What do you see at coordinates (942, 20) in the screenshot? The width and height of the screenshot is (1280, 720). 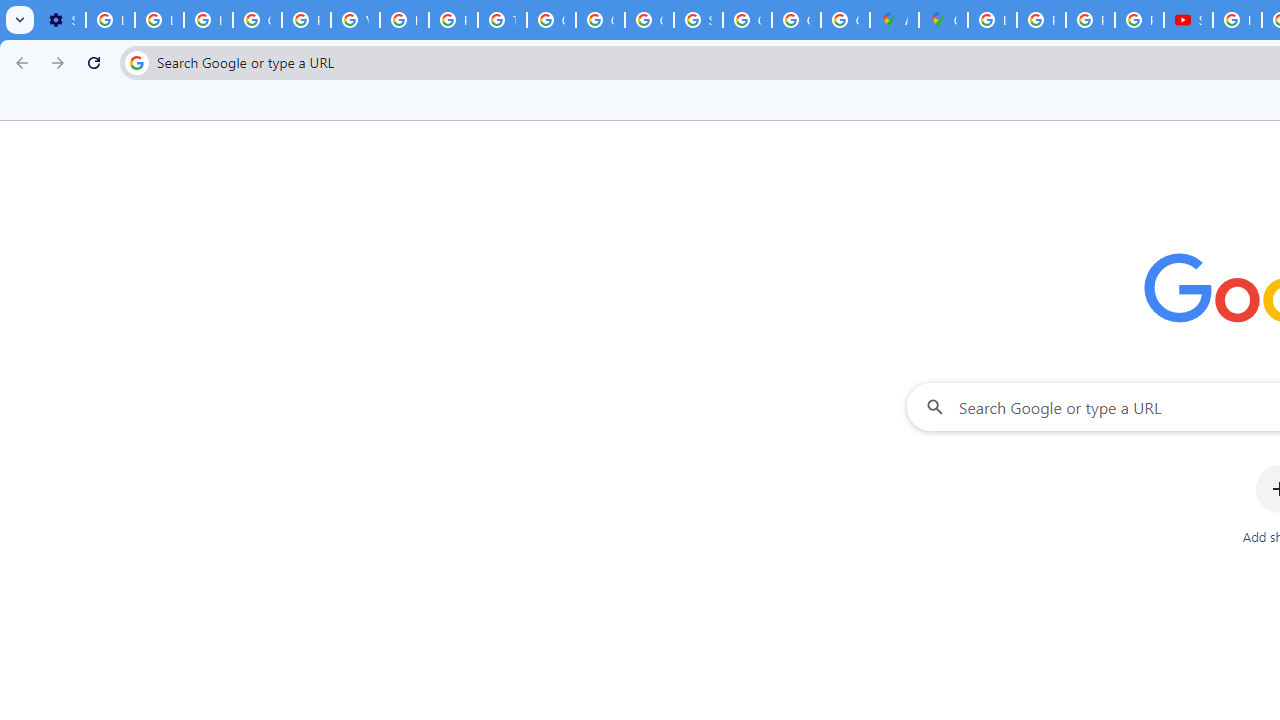 I see `'Google Maps'` at bounding box center [942, 20].